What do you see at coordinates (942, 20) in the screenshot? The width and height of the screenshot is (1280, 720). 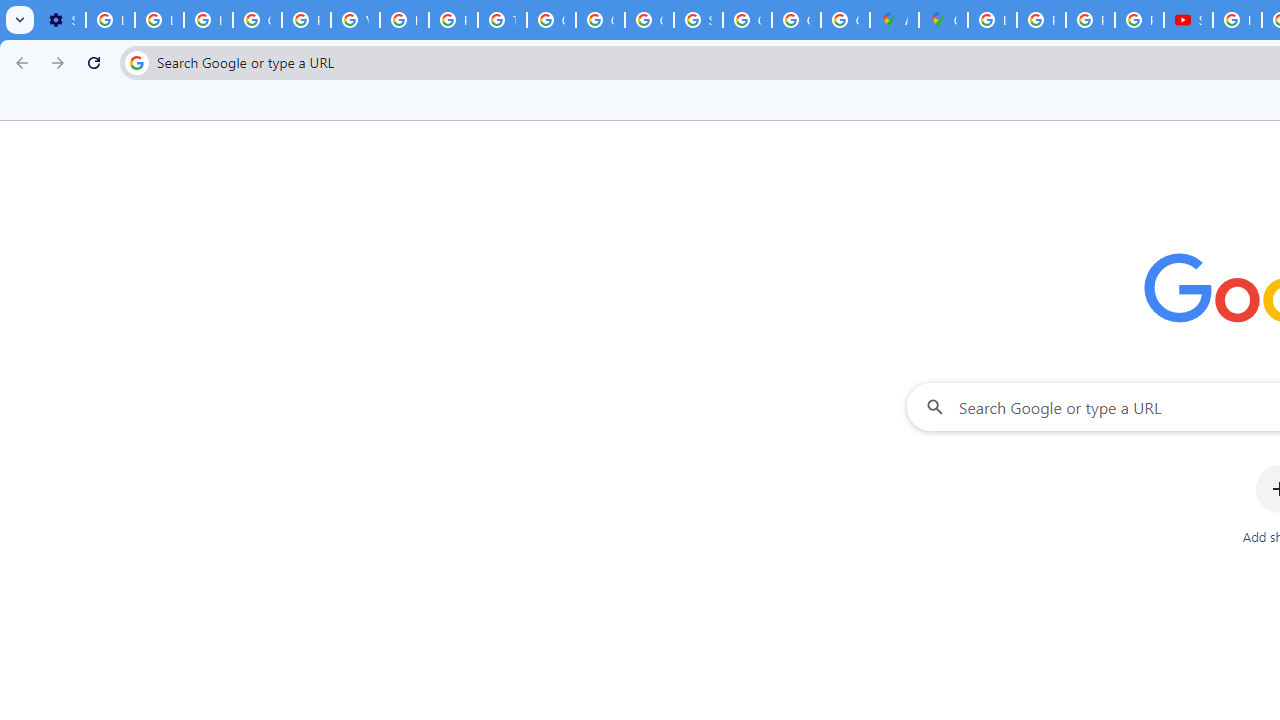 I see `'Google Maps'` at bounding box center [942, 20].